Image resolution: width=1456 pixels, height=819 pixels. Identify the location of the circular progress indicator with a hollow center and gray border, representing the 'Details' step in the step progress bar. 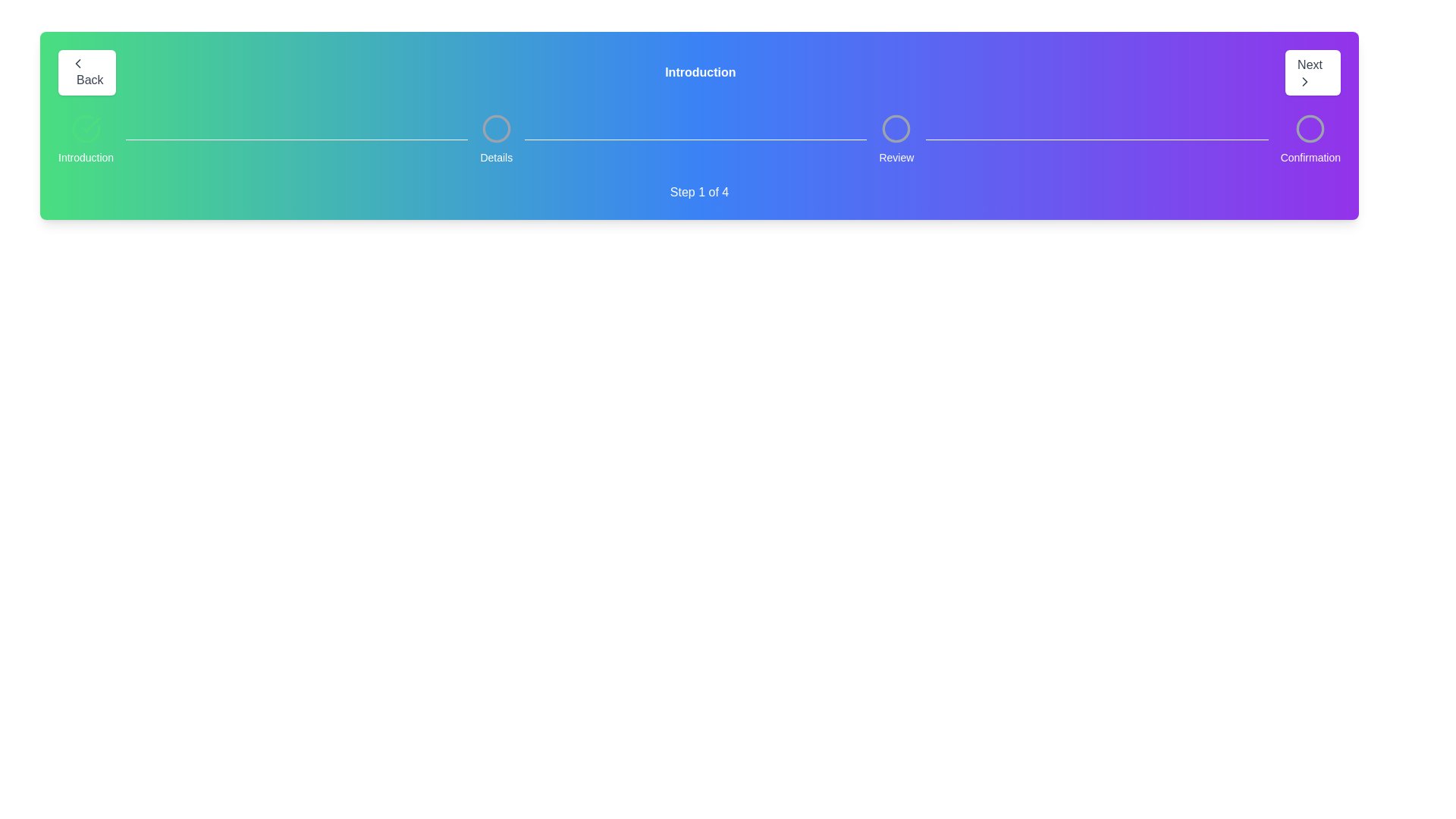
(496, 127).